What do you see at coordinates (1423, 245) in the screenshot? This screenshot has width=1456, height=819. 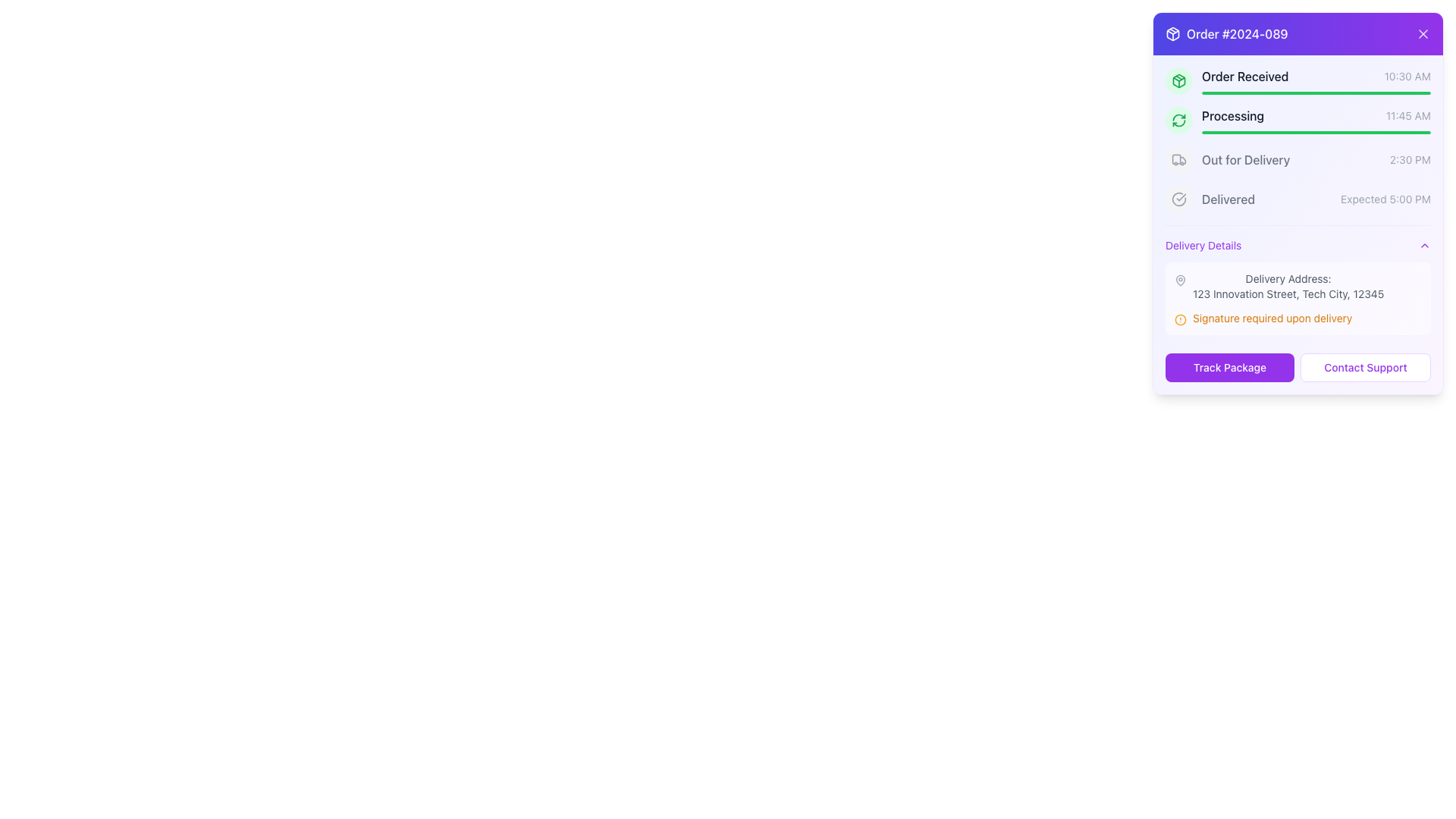 I see `the Icon (Chevron) located at the far-right end of the 'Delivery Details' section header` at bounding box center [1423, 245].